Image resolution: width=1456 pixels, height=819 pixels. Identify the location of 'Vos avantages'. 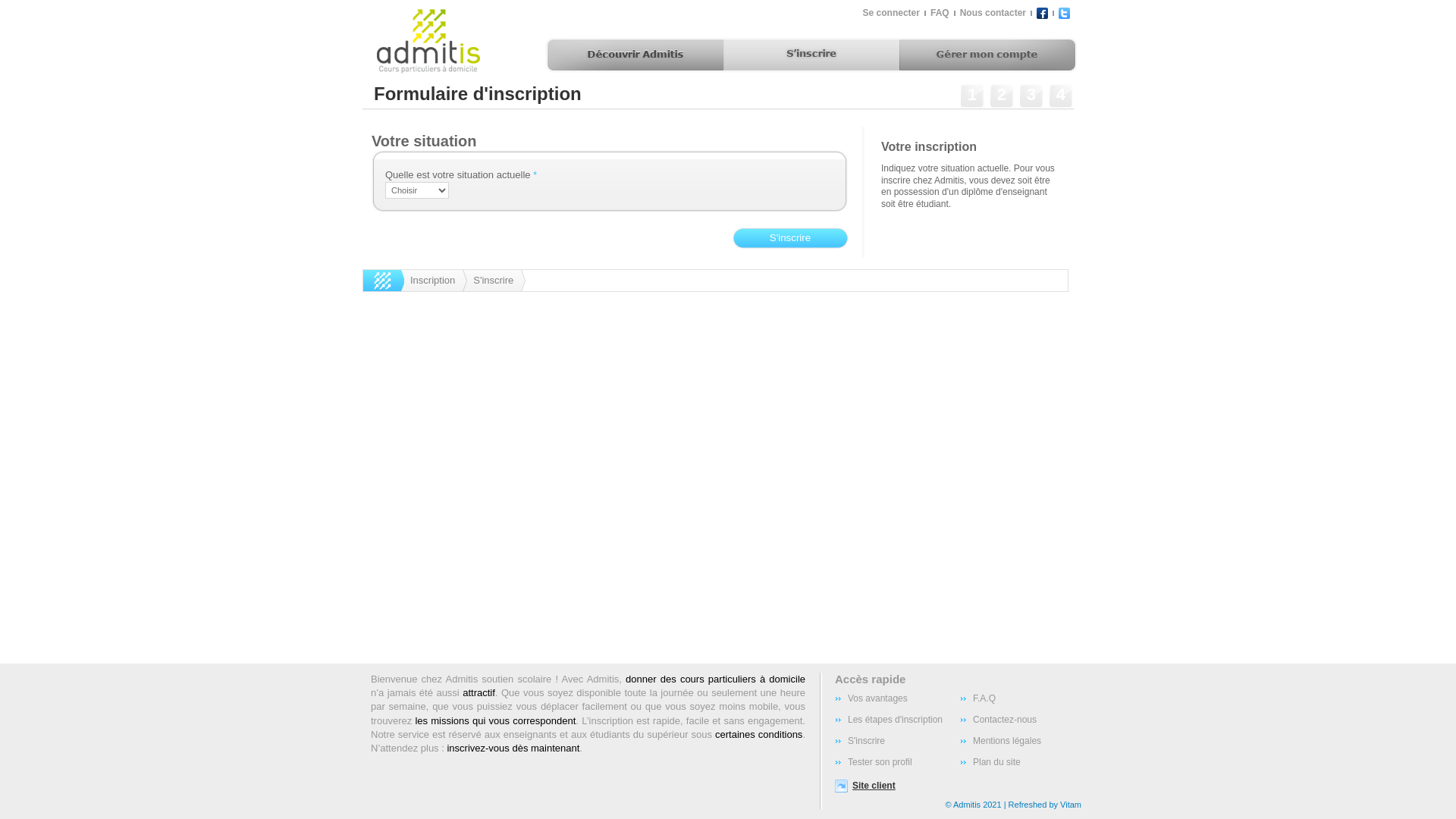
(897, 698).